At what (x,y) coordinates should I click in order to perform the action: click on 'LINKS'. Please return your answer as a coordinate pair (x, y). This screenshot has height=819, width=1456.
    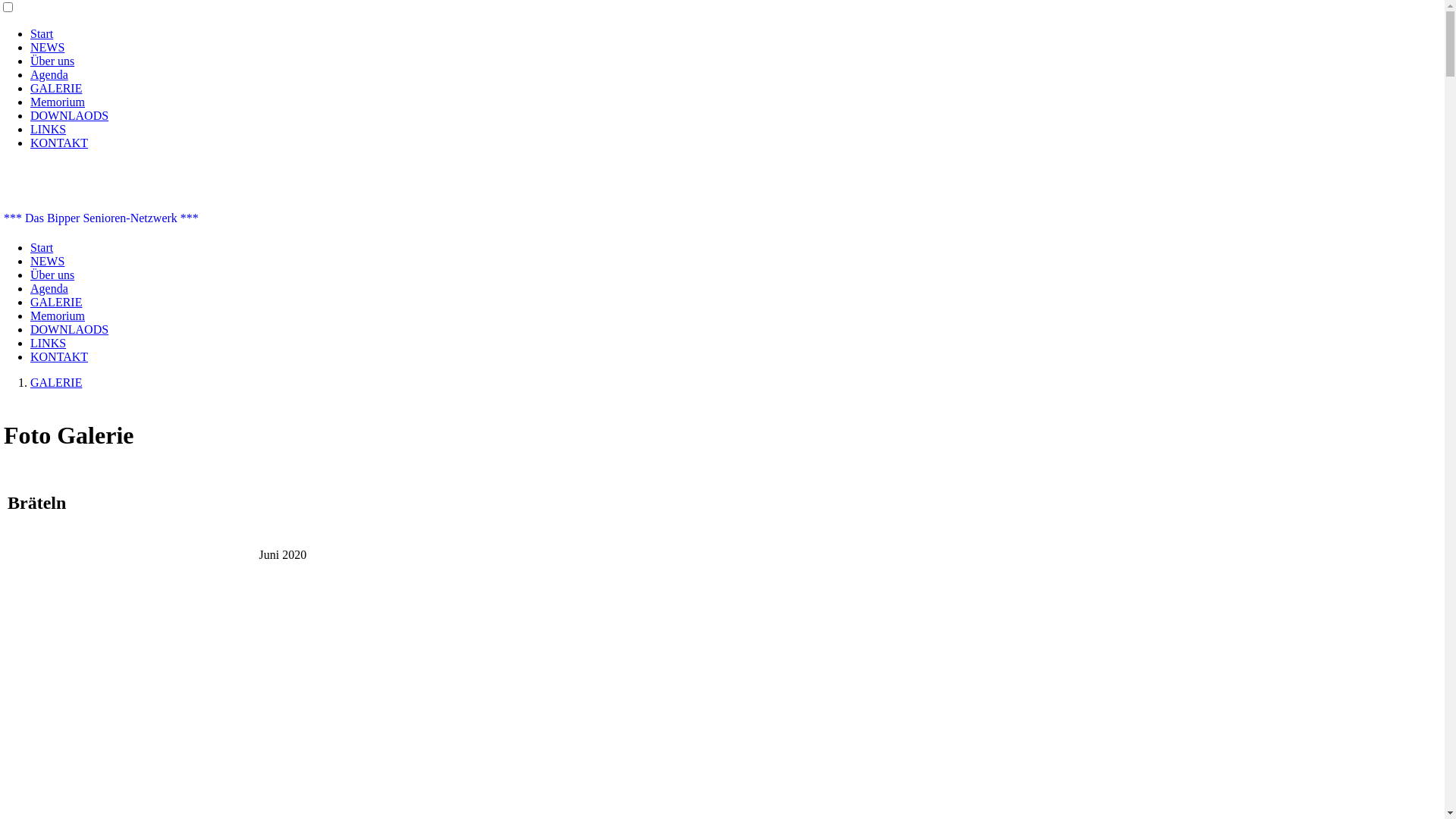
    Looking at the image, I should click on (48, 128).